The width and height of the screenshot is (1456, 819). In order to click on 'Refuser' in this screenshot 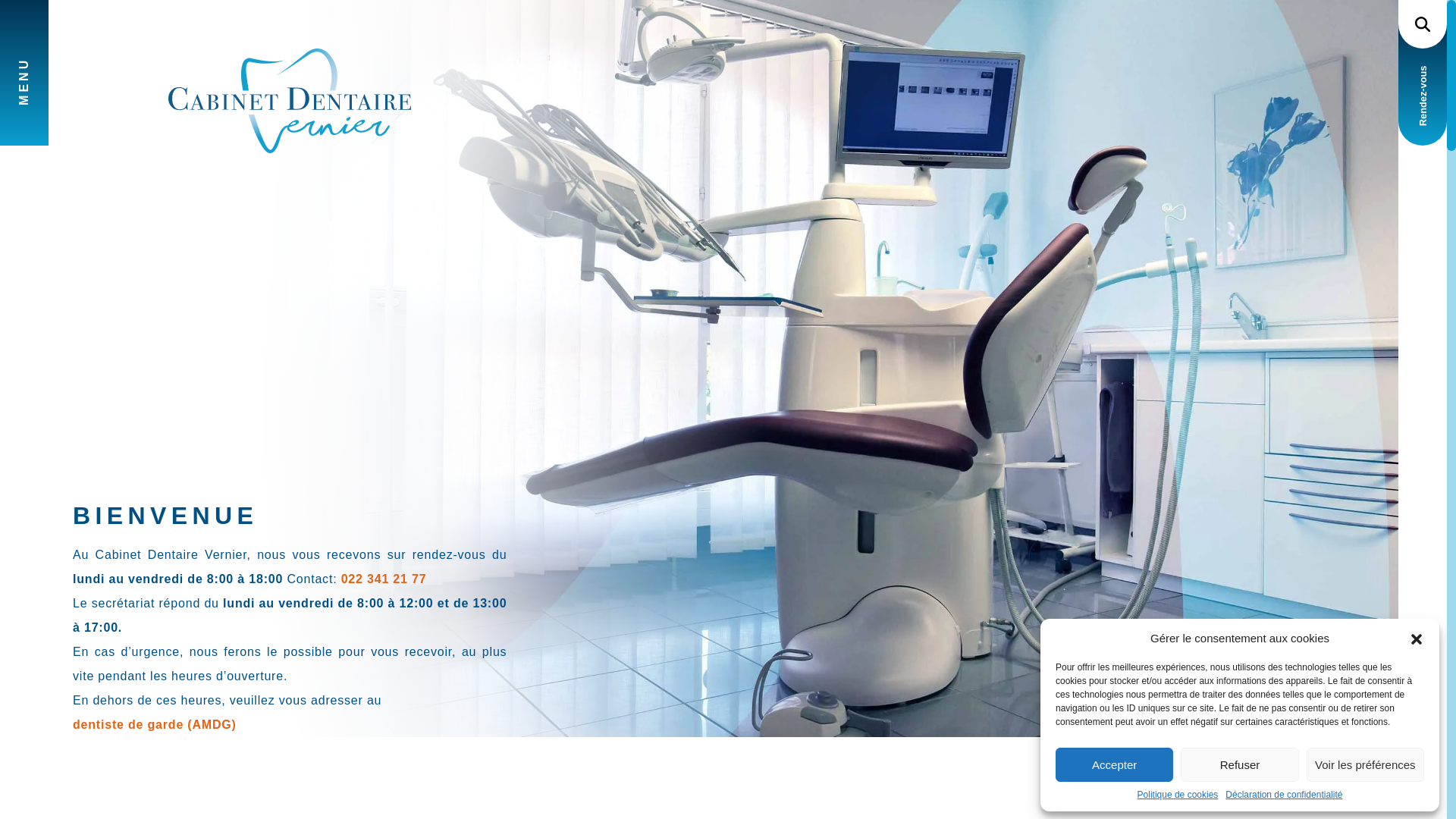, I will do `click(1239, 764)`.